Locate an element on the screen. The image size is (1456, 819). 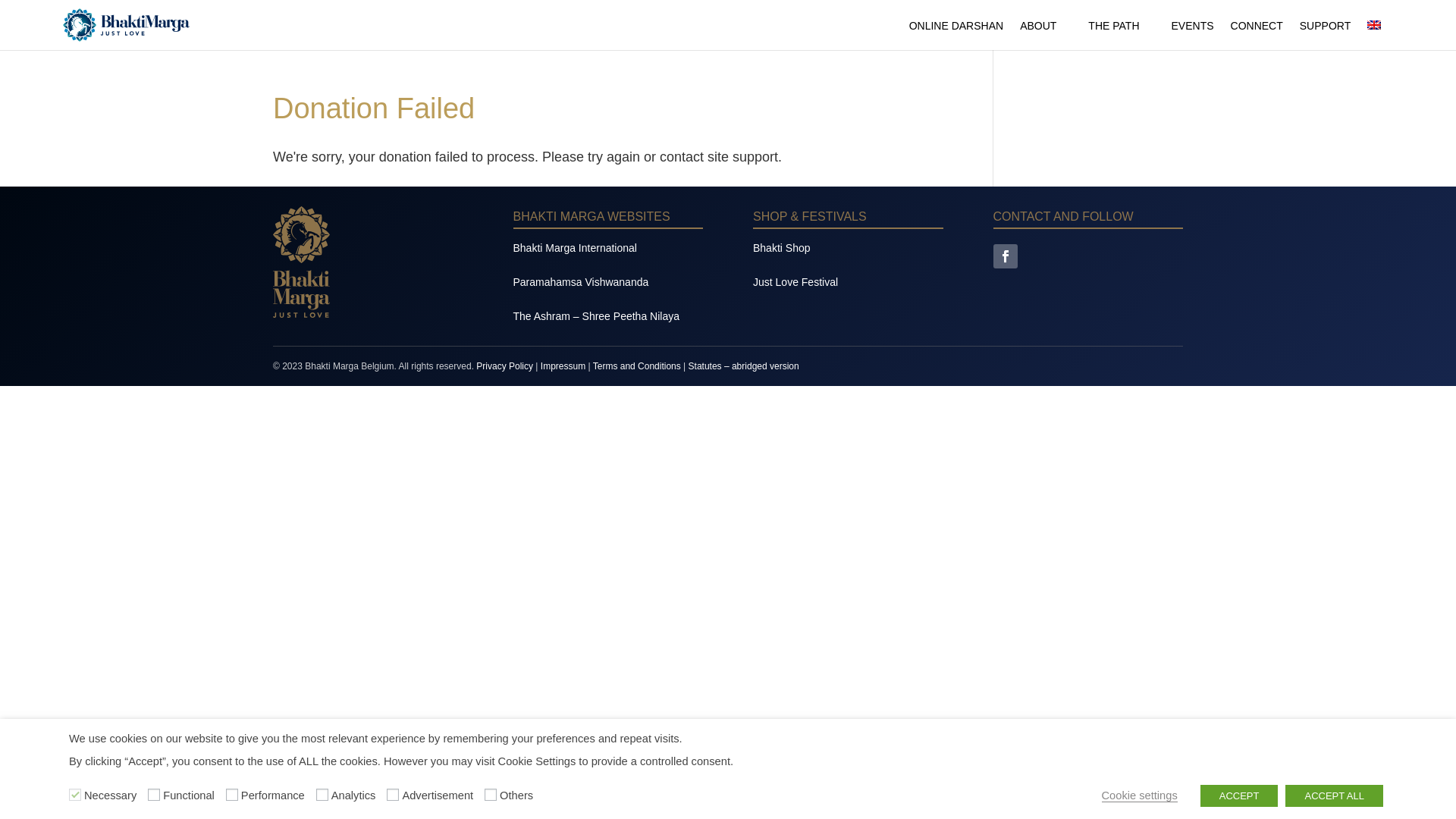
'ACCEPT' is located at coordinates (1239, 795).